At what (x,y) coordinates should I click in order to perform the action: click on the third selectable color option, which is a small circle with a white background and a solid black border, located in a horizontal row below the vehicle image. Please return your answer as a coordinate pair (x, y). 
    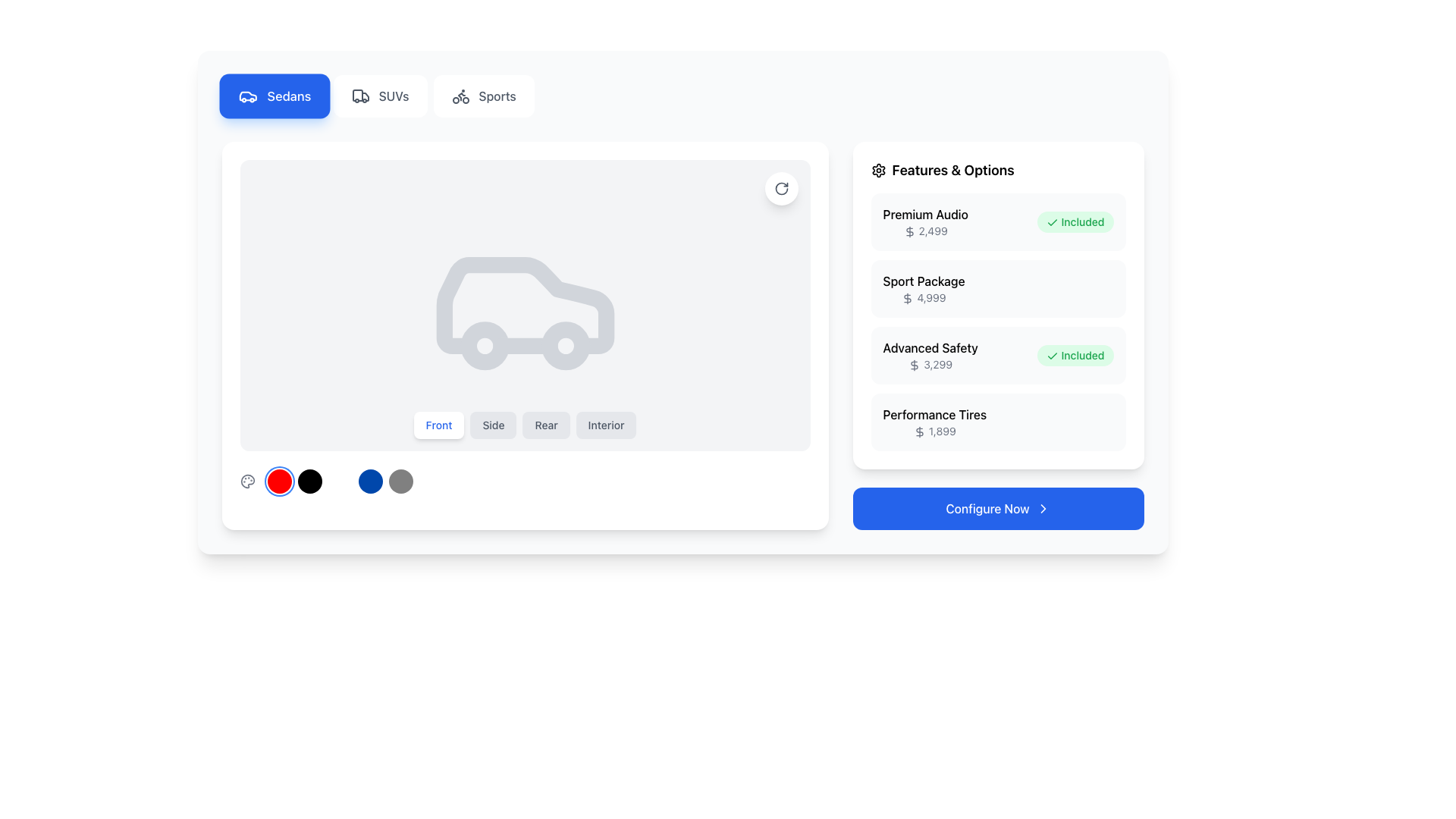
    Looking at the image, I should click on (339, 482).